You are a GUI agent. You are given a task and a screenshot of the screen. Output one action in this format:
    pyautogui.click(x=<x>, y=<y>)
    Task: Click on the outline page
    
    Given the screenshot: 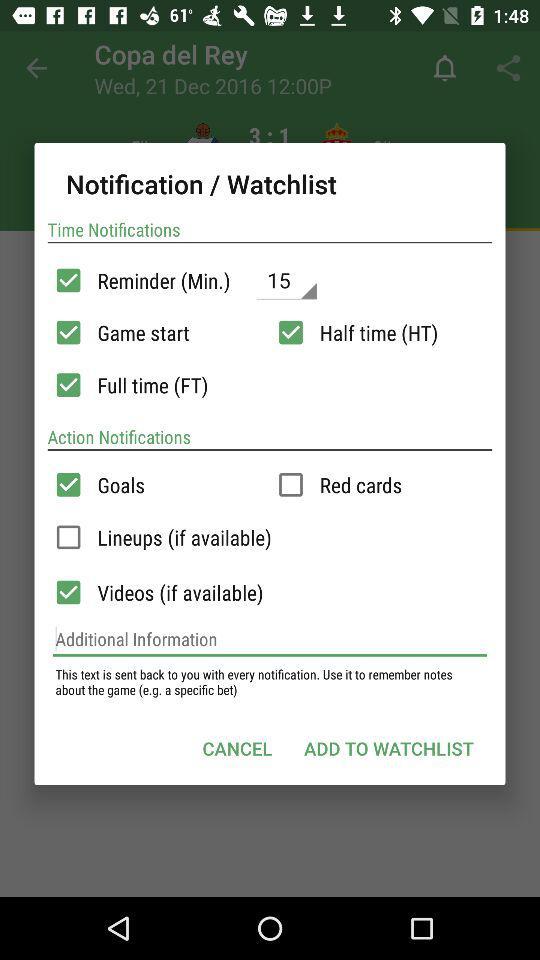 What is the action you would take?
    pyautogui.click(x=67, y=536)
    